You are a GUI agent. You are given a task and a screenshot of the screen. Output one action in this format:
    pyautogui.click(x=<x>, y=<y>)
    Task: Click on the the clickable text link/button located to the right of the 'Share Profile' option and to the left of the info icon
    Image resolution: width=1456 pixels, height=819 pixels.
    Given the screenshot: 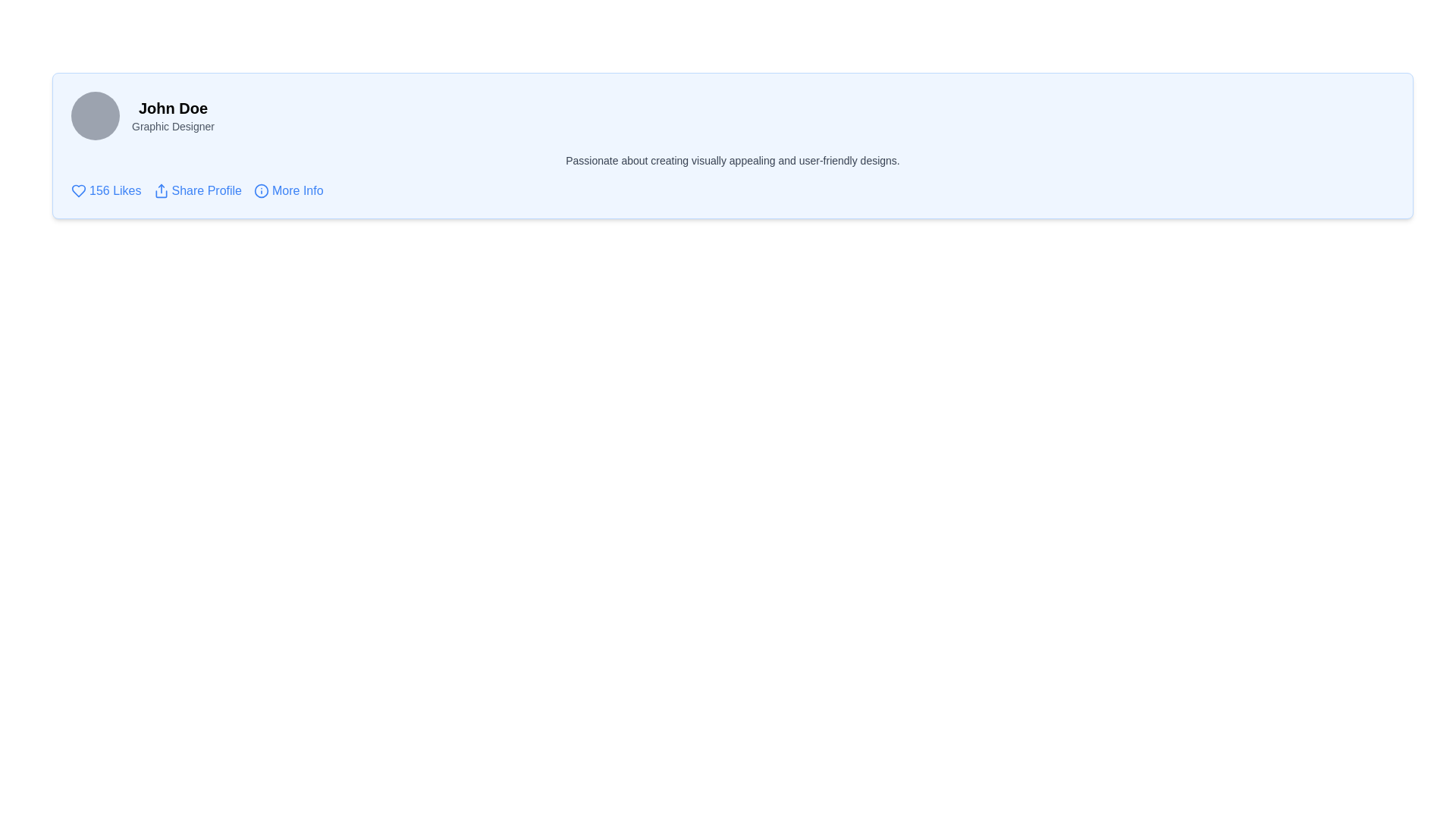 What is the action you would take?
    pyautogui.click(x=297, y=190)
    